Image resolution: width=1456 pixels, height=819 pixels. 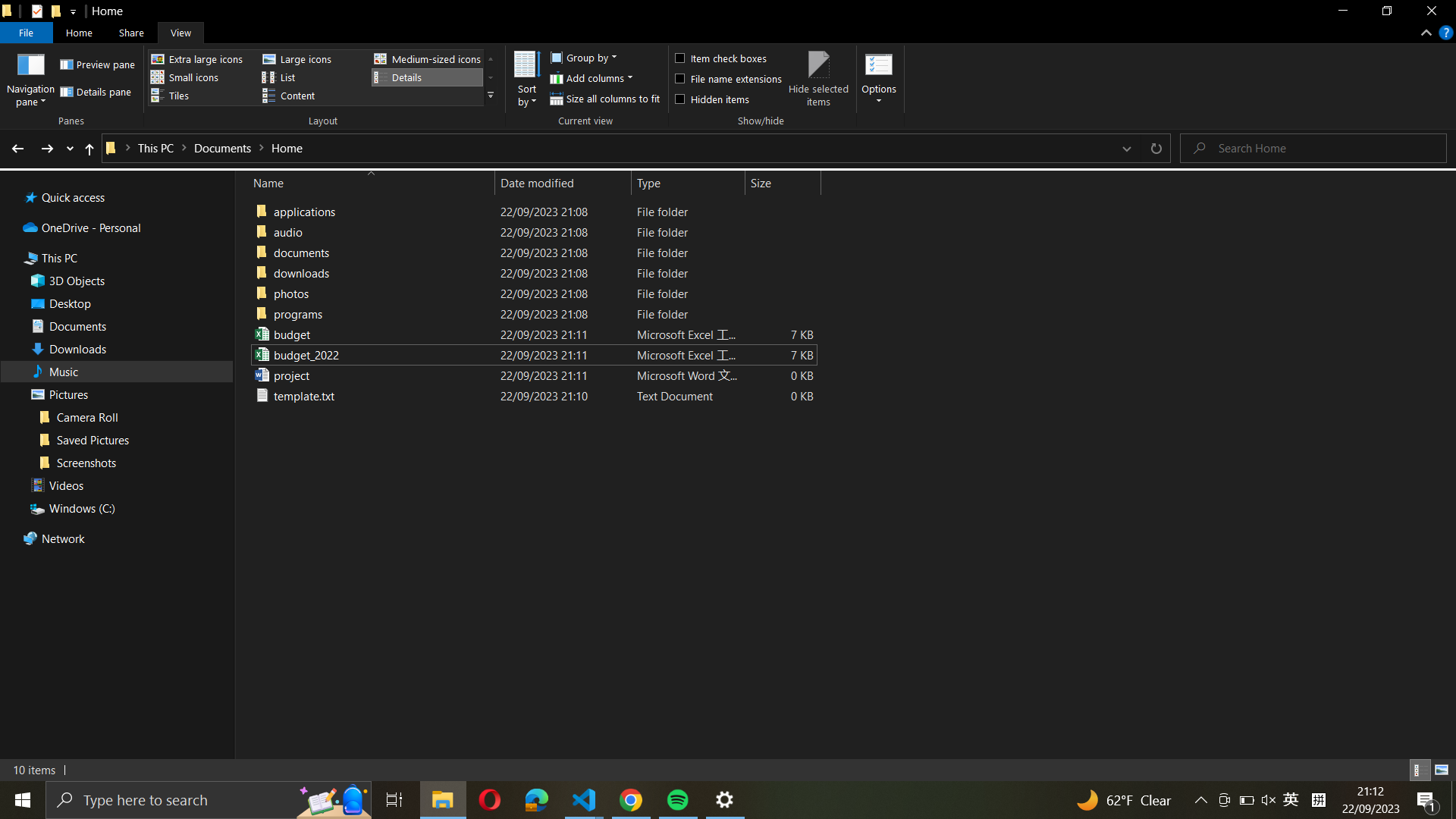 I want to click on Close the current window using the "close_window" button, so click(x=1430, y=13).